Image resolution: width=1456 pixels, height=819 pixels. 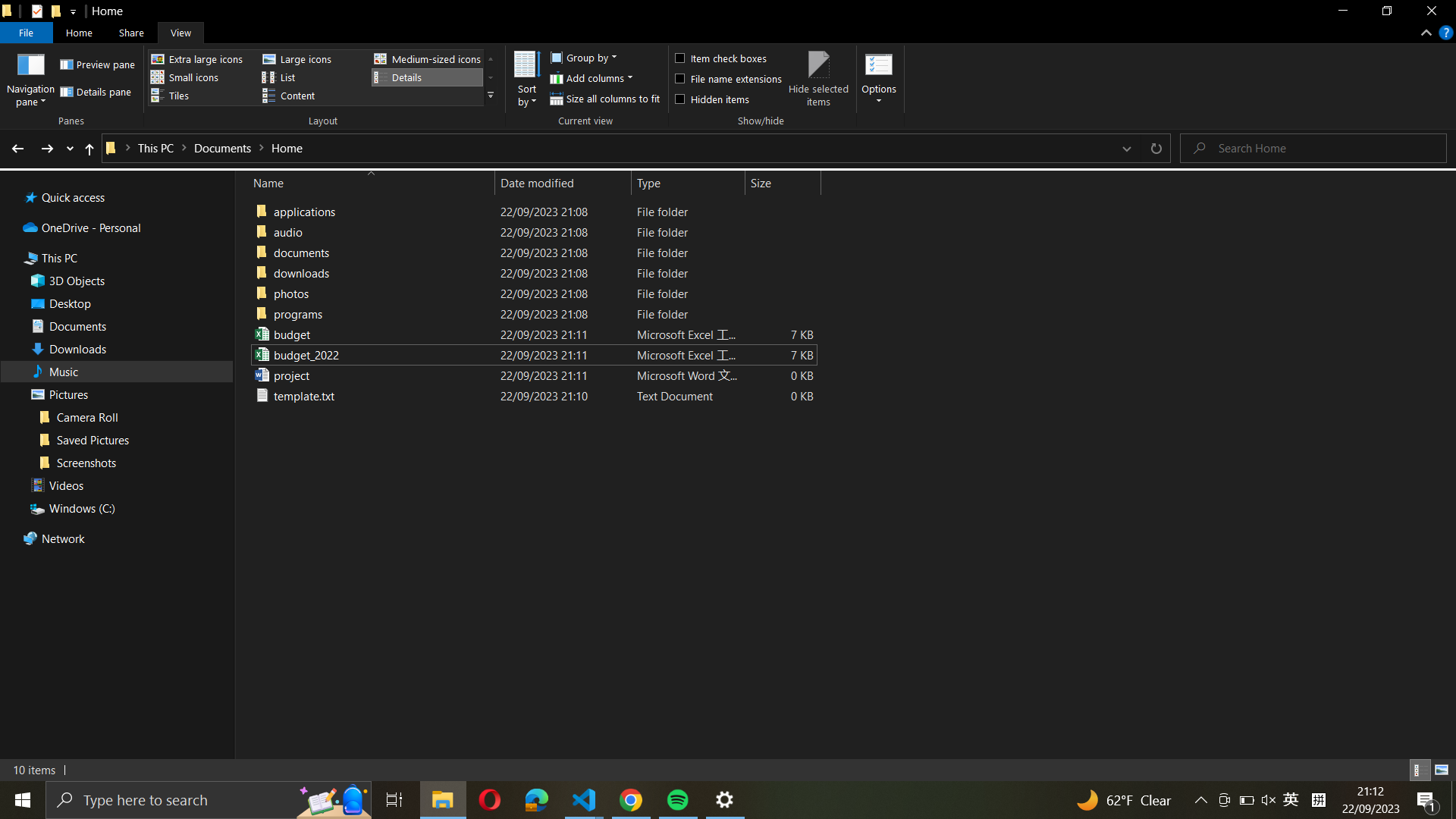 I want to click on Close the current window using the "close_window" button, so click(x=1430, y=13).